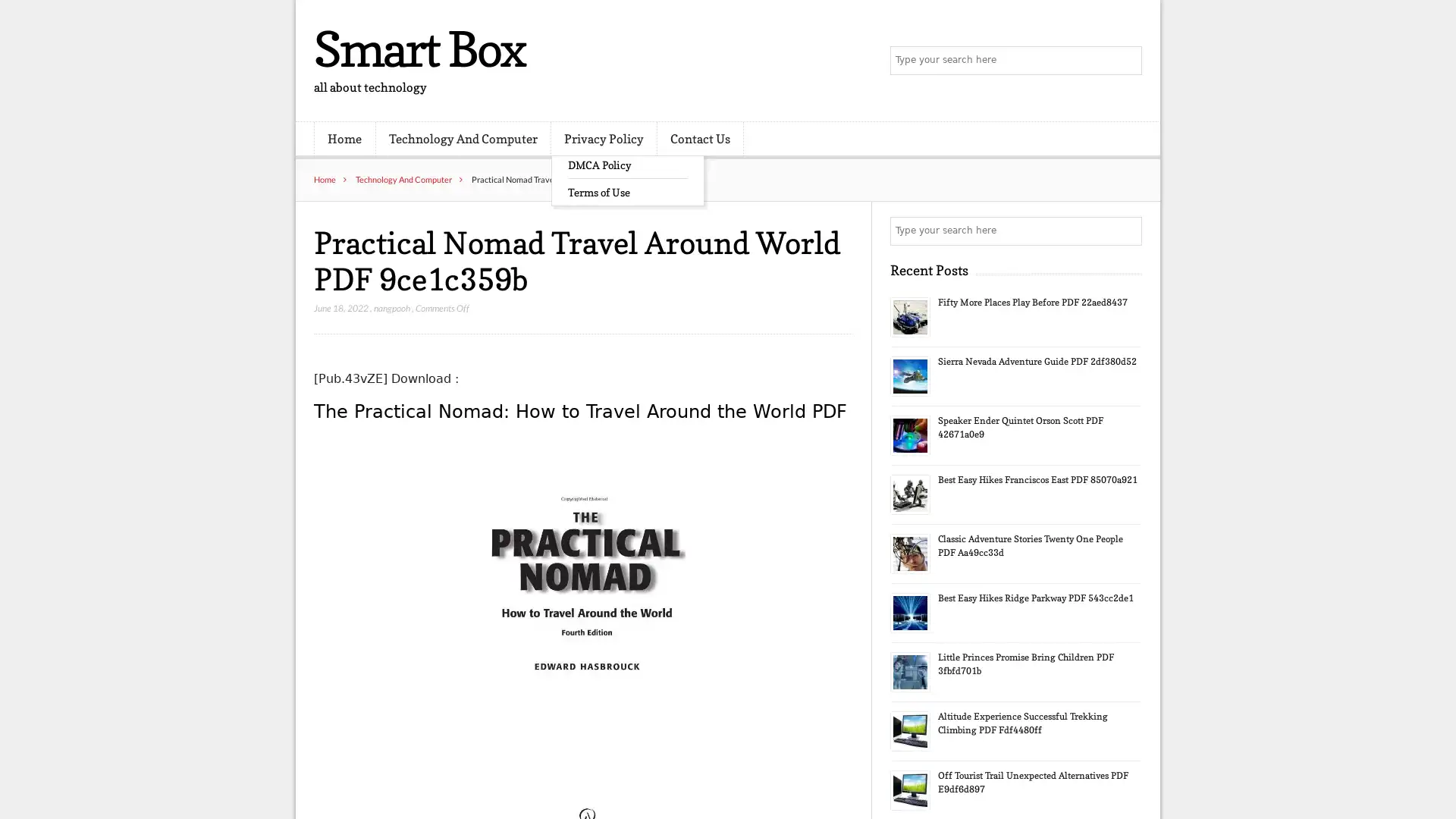 The width and height of the screenshot is (1456, 819). What do you see at coordinates (1126, 61) in the screenshot?
I see `Search` at bounding box center [1126, 61].